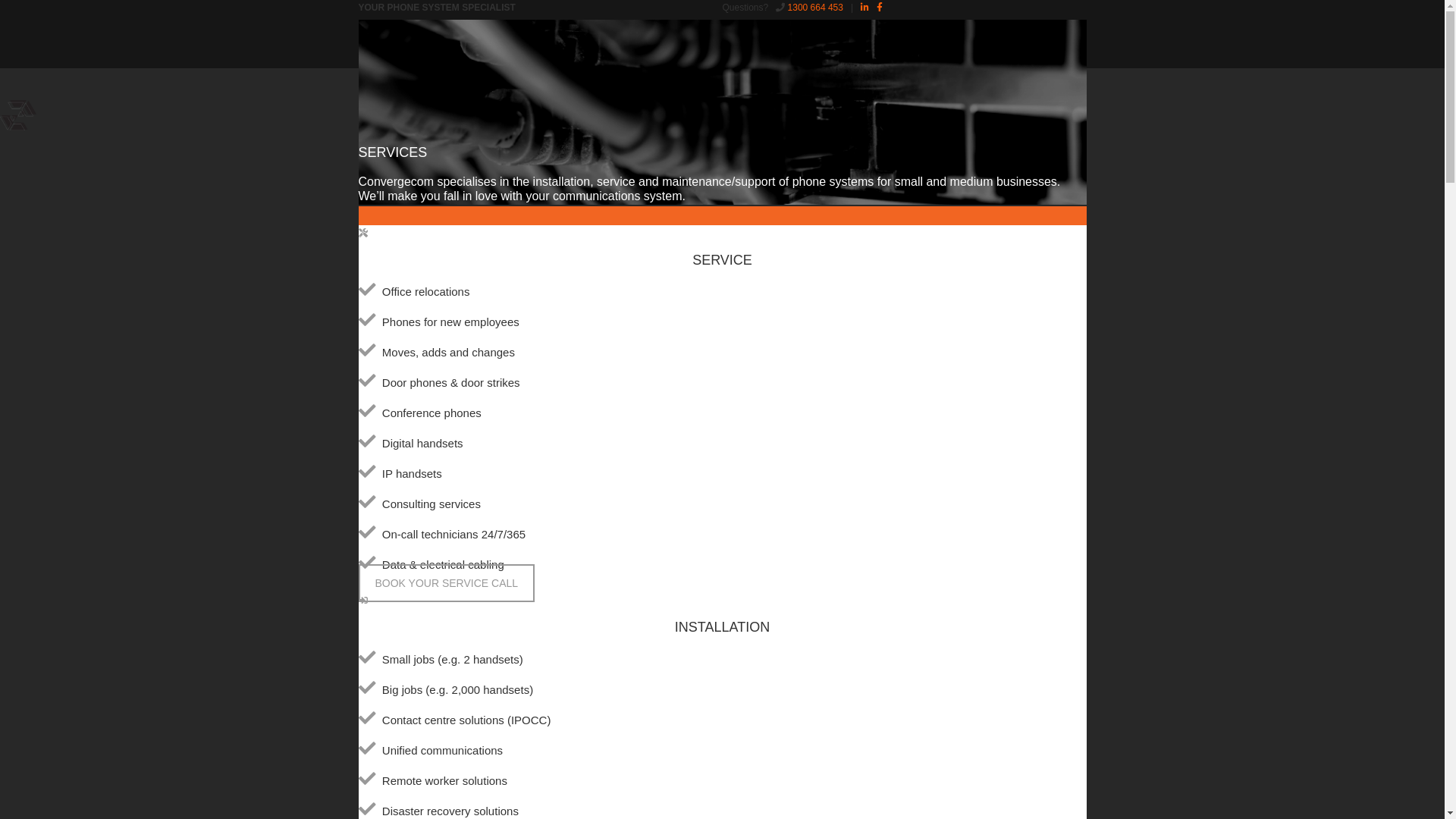 This screenshot has width=1456, height=819. Describe the element at coordinates (600, 79) in the screenshot. I see `'GET IN TOUCH'` at that location.